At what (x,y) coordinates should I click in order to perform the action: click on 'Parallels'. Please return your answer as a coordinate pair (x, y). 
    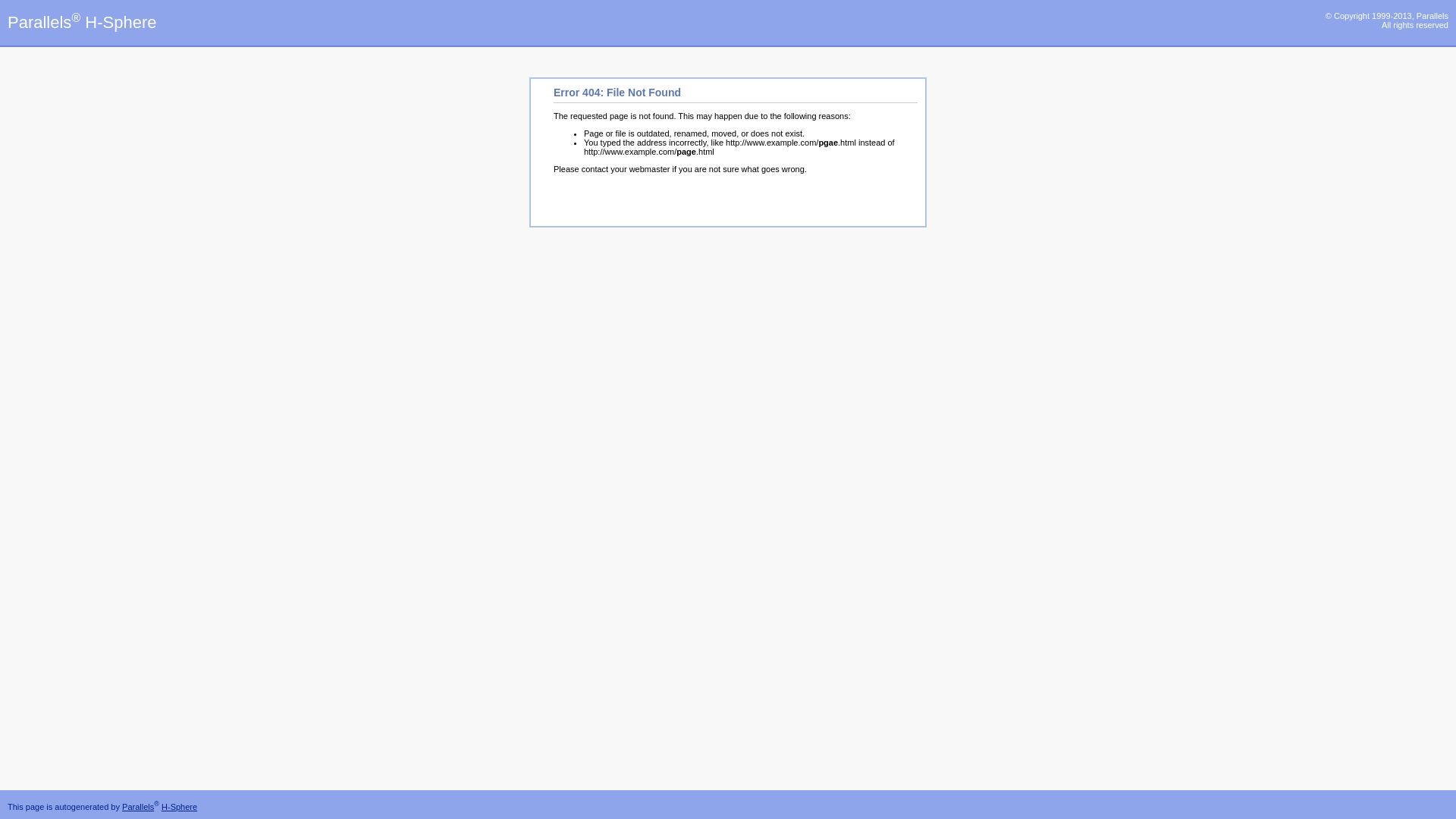
    Looking at the image, I should click on (138, 806).